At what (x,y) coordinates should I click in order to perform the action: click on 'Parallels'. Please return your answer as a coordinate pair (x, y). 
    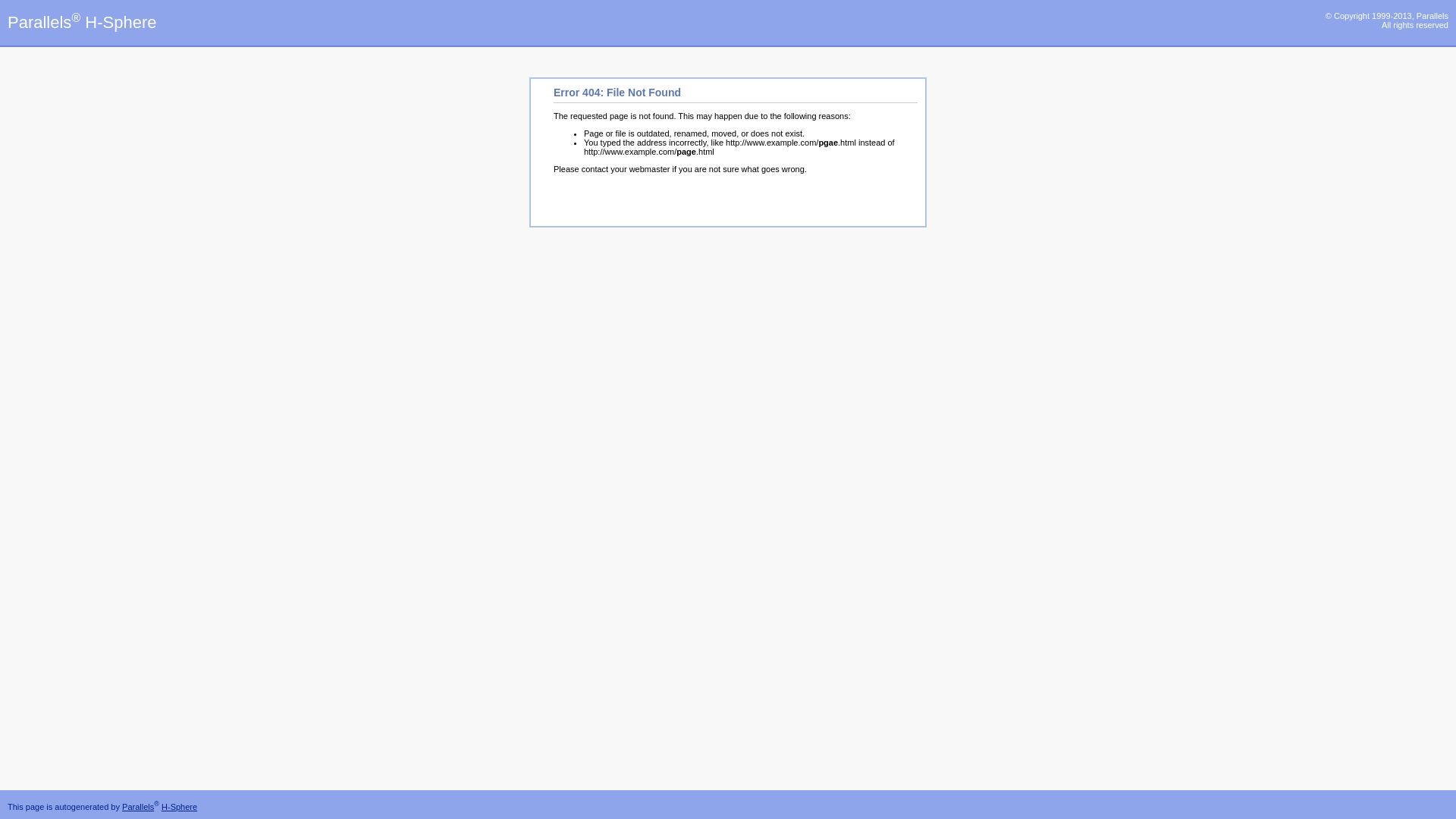
    Looking at the image, I should click on (138, 806).